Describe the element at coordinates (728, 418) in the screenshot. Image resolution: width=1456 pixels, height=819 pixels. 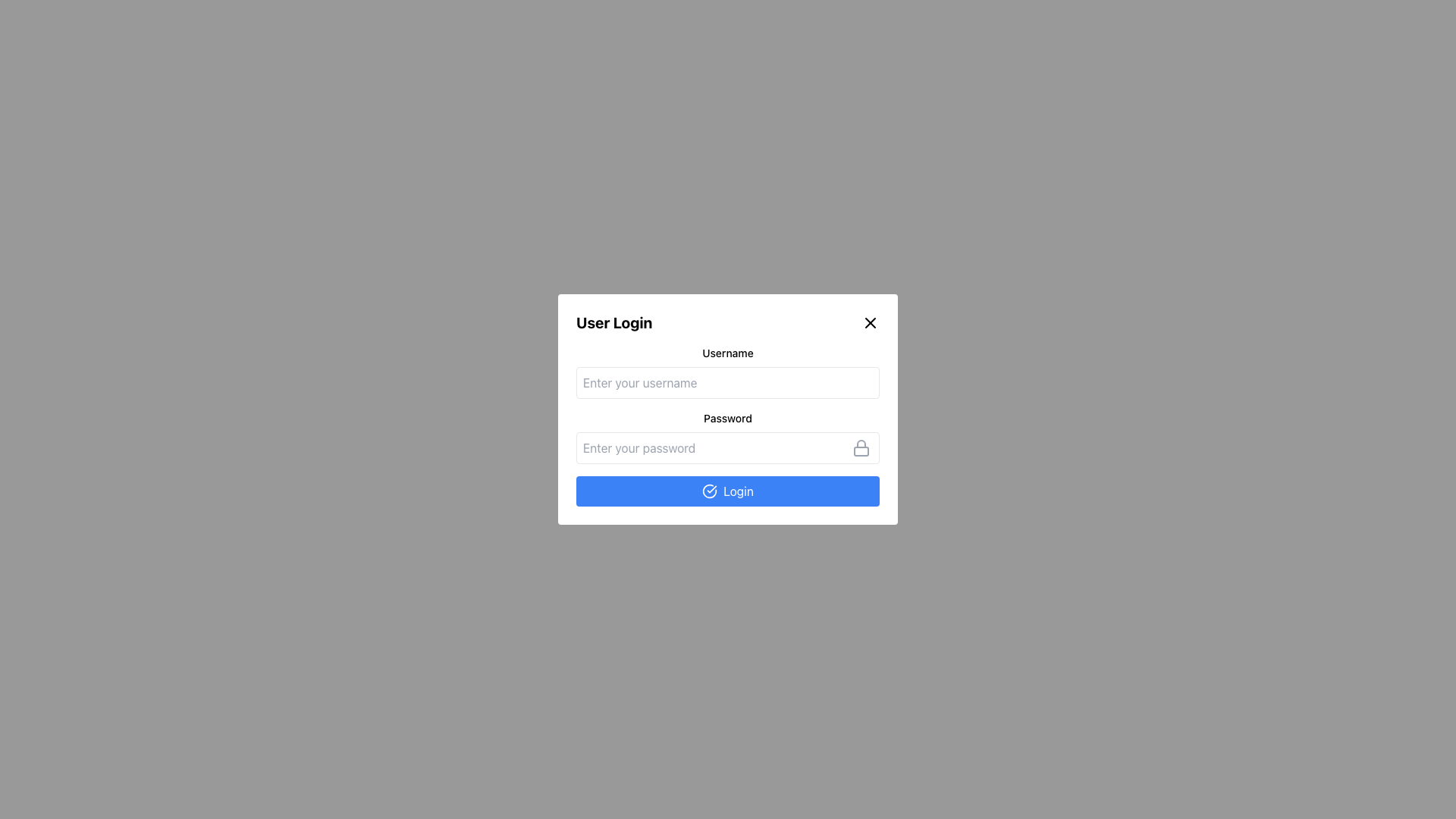
I see `the label that indicates the purpose of the password input field in the login form interface, which is centered horizontally above the password input field` at that location.